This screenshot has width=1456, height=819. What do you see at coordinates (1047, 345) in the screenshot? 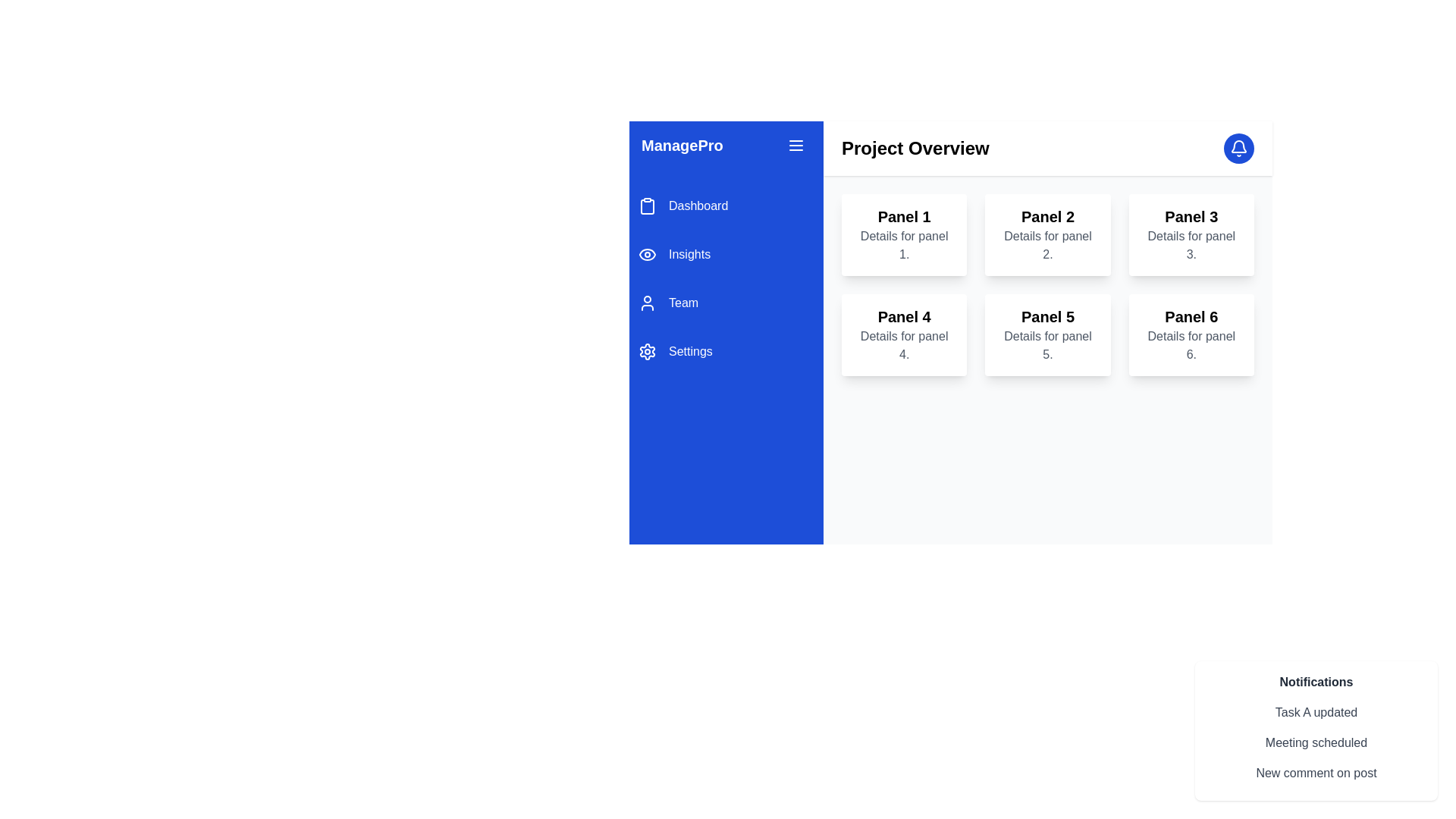
I see `the text label displaying 'Details for panel 5.' which is located below the header 'Panel 5' in the fifth panel of the grid layout` at bounding box center [1047, 345].